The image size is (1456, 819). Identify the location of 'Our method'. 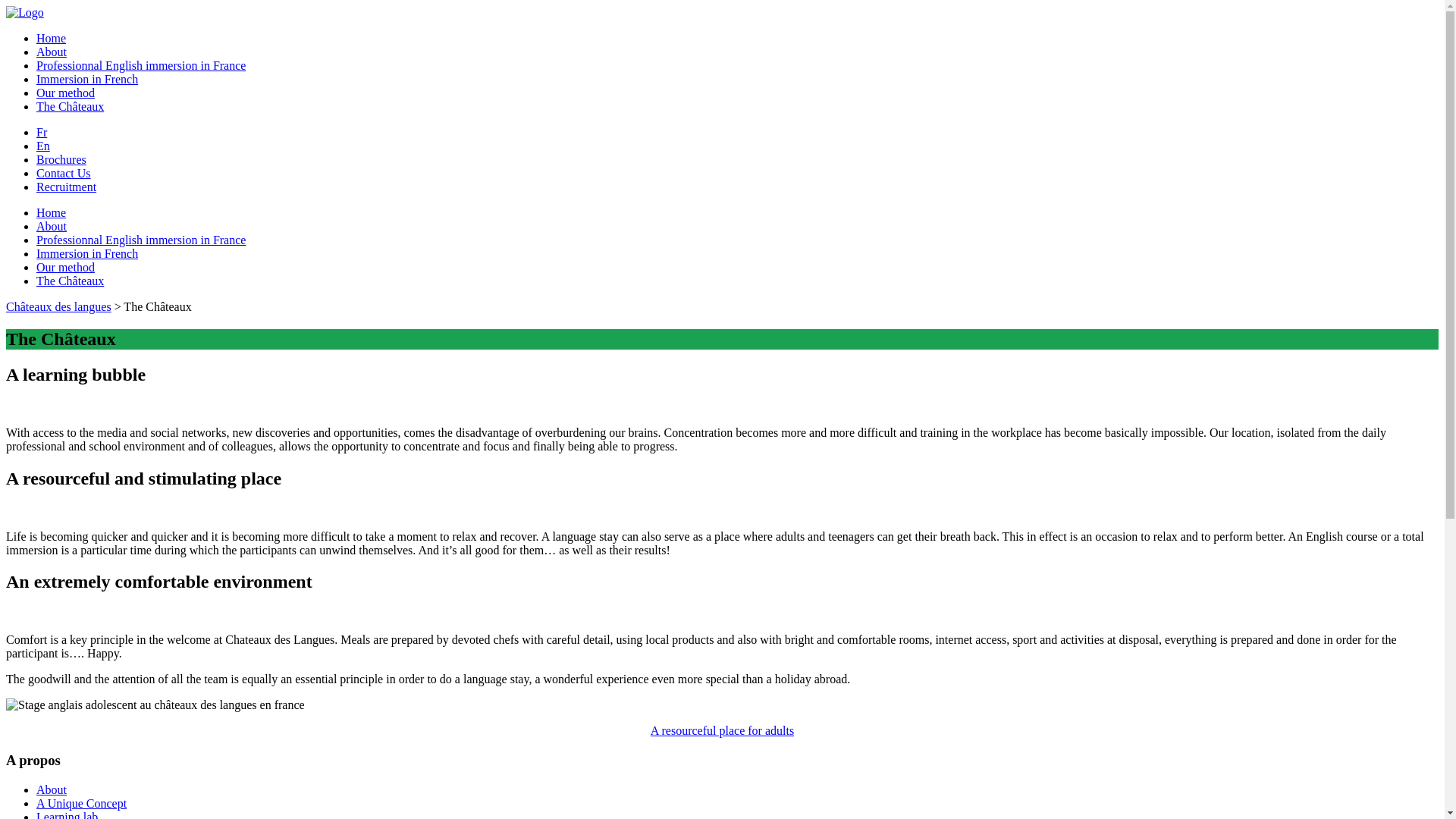
(64, 93).